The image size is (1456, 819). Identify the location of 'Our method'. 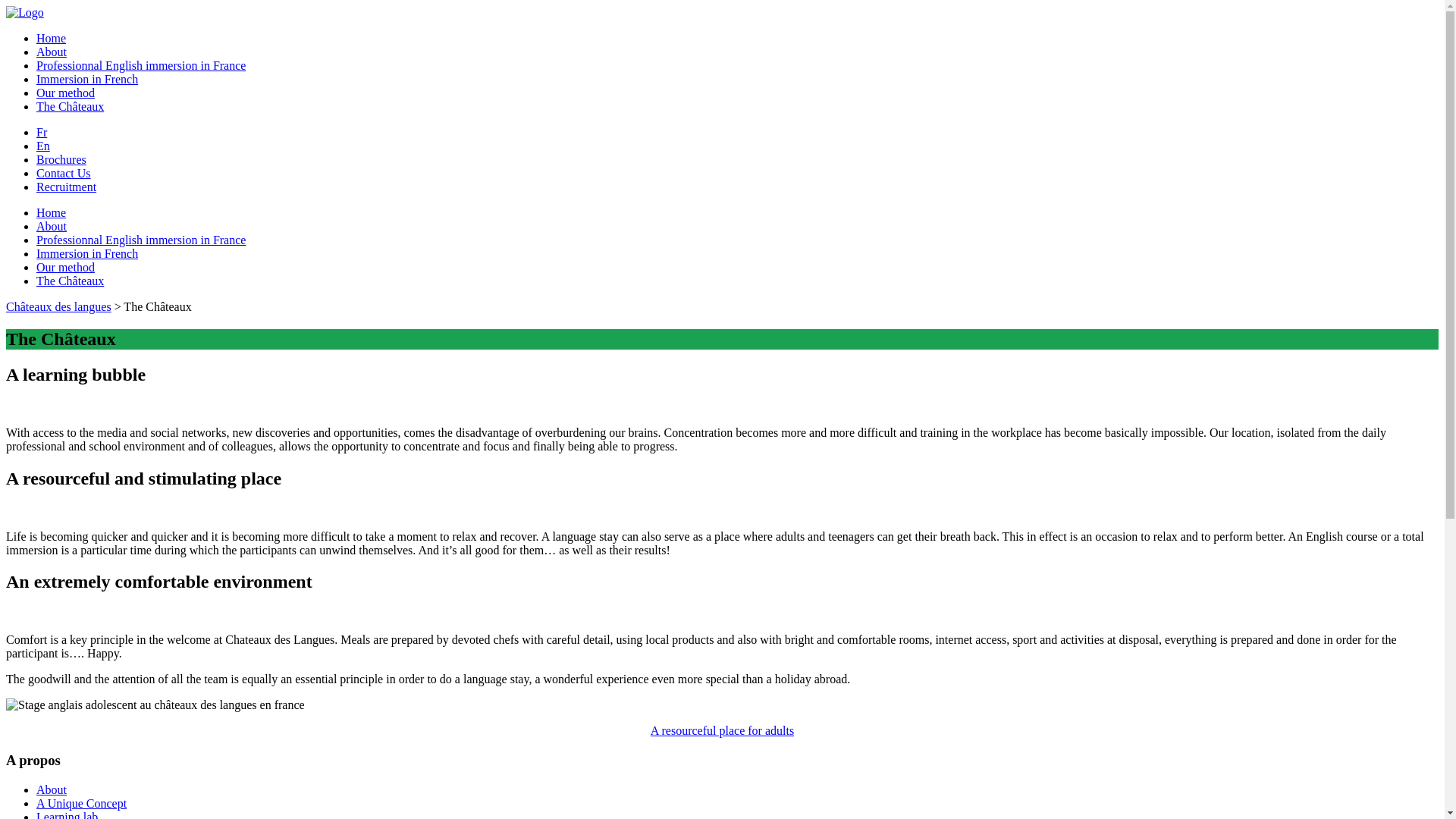
(64, 93).